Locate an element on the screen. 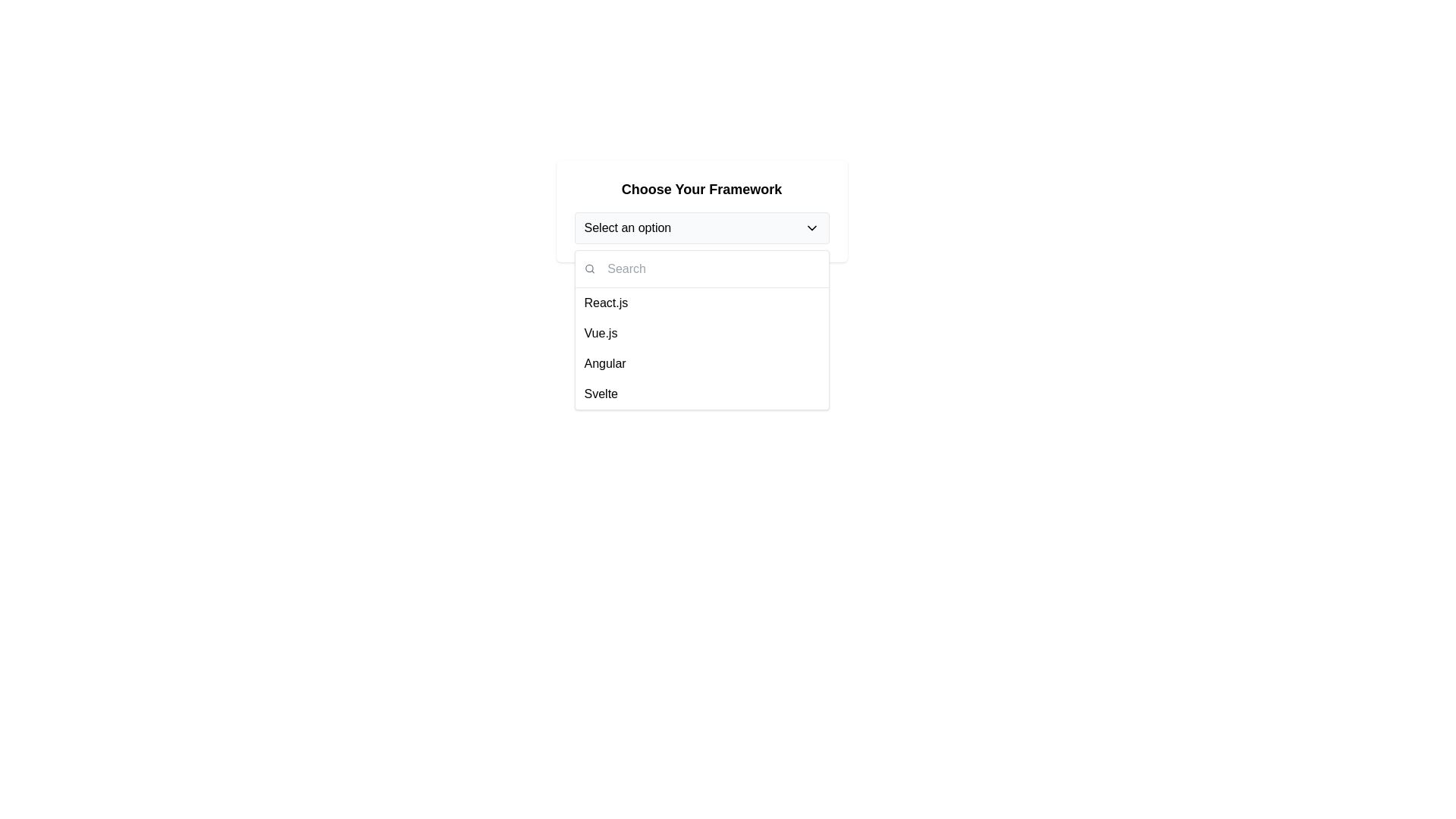 The height and width of the screenshot is (819, 1456). the text label 'Select an option' within the dropdown menu to initiate selection is located at coordinates (627, 227).